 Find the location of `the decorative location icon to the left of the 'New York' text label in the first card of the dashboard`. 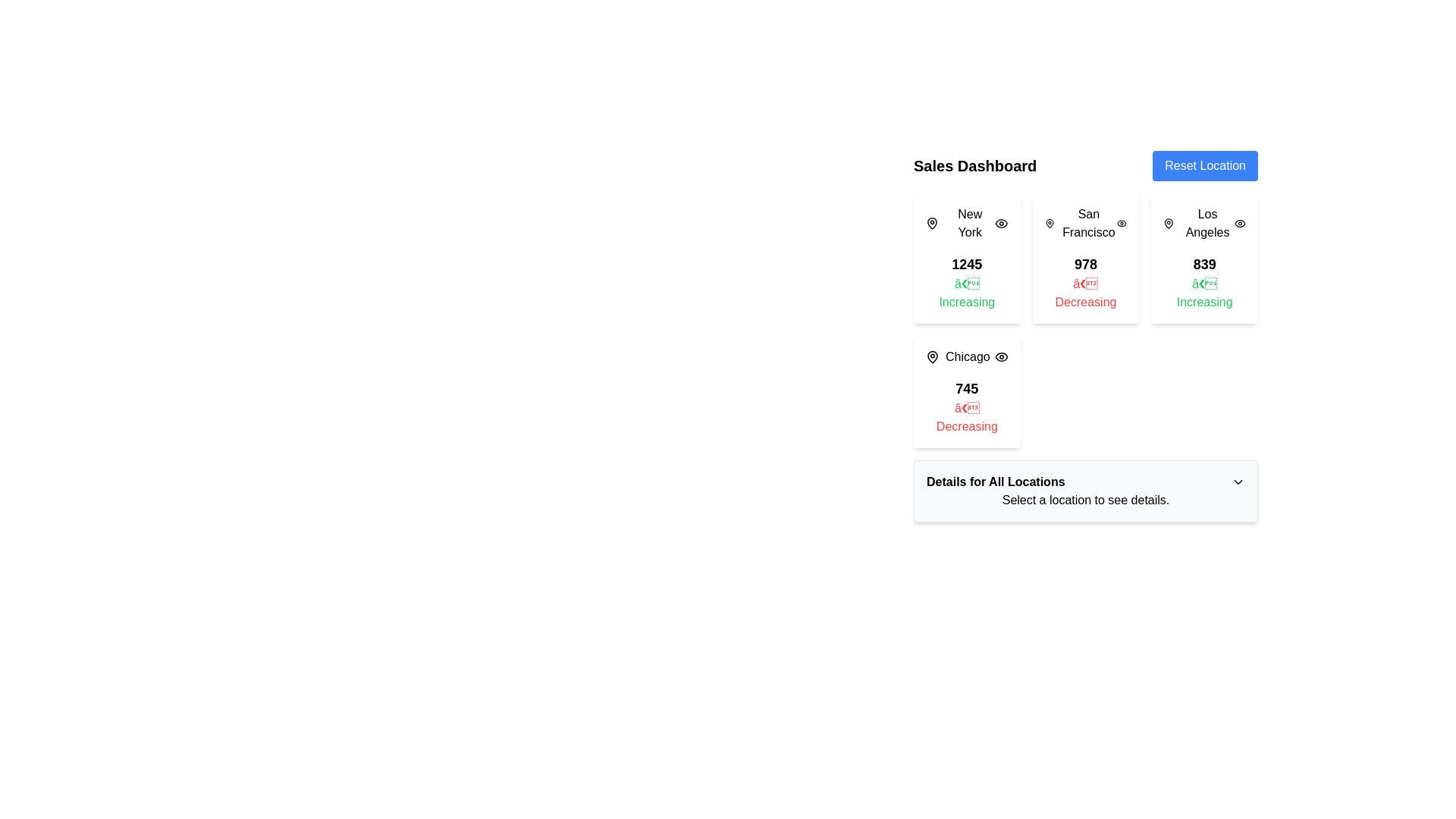

the decorative location icon to the left of the 'New York' text label in the first card of the dashboard is located at coordinates (931, 223).